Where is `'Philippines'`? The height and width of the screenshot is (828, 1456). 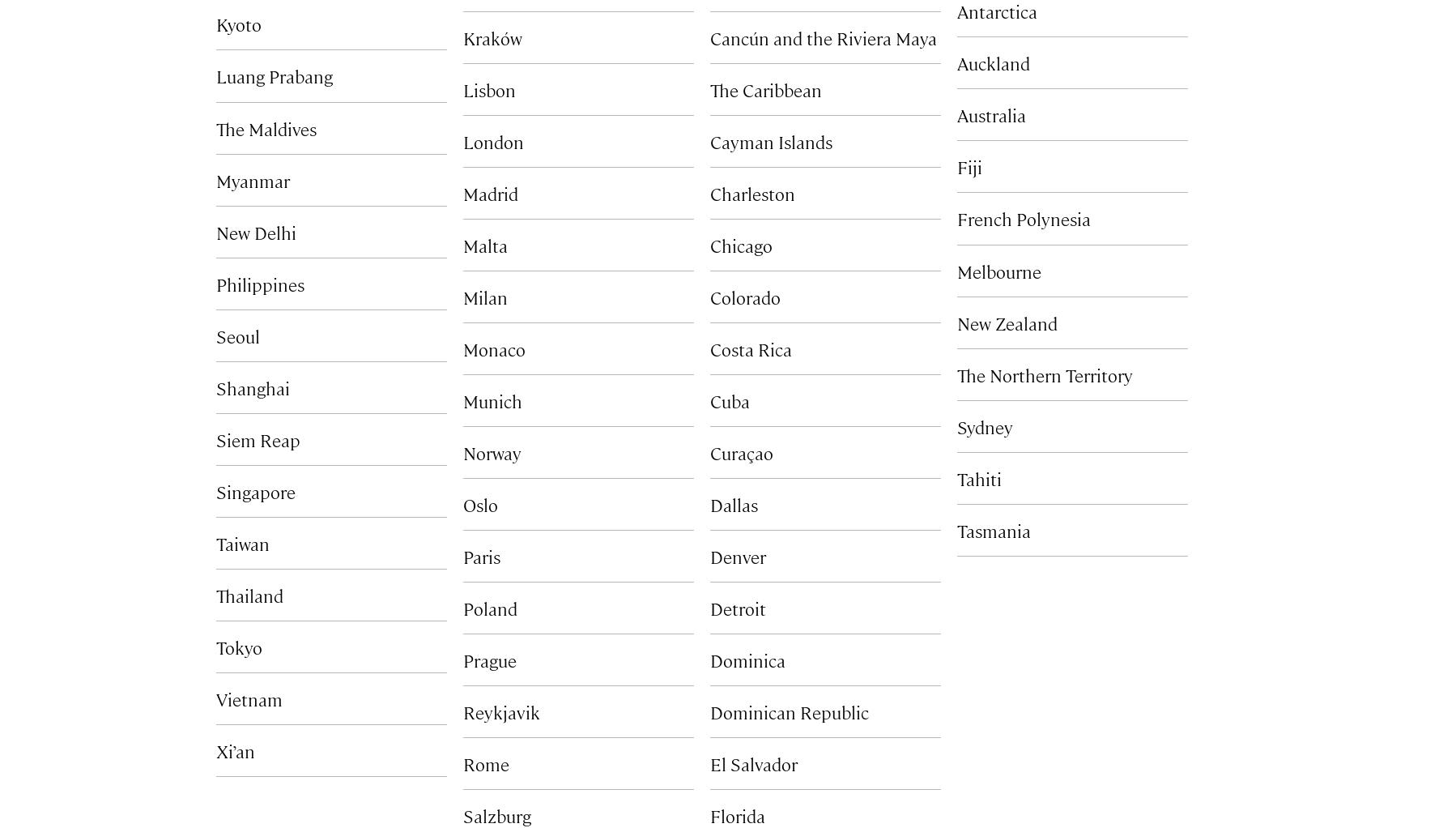 'Philippines' is located at coordinates (259, 283).